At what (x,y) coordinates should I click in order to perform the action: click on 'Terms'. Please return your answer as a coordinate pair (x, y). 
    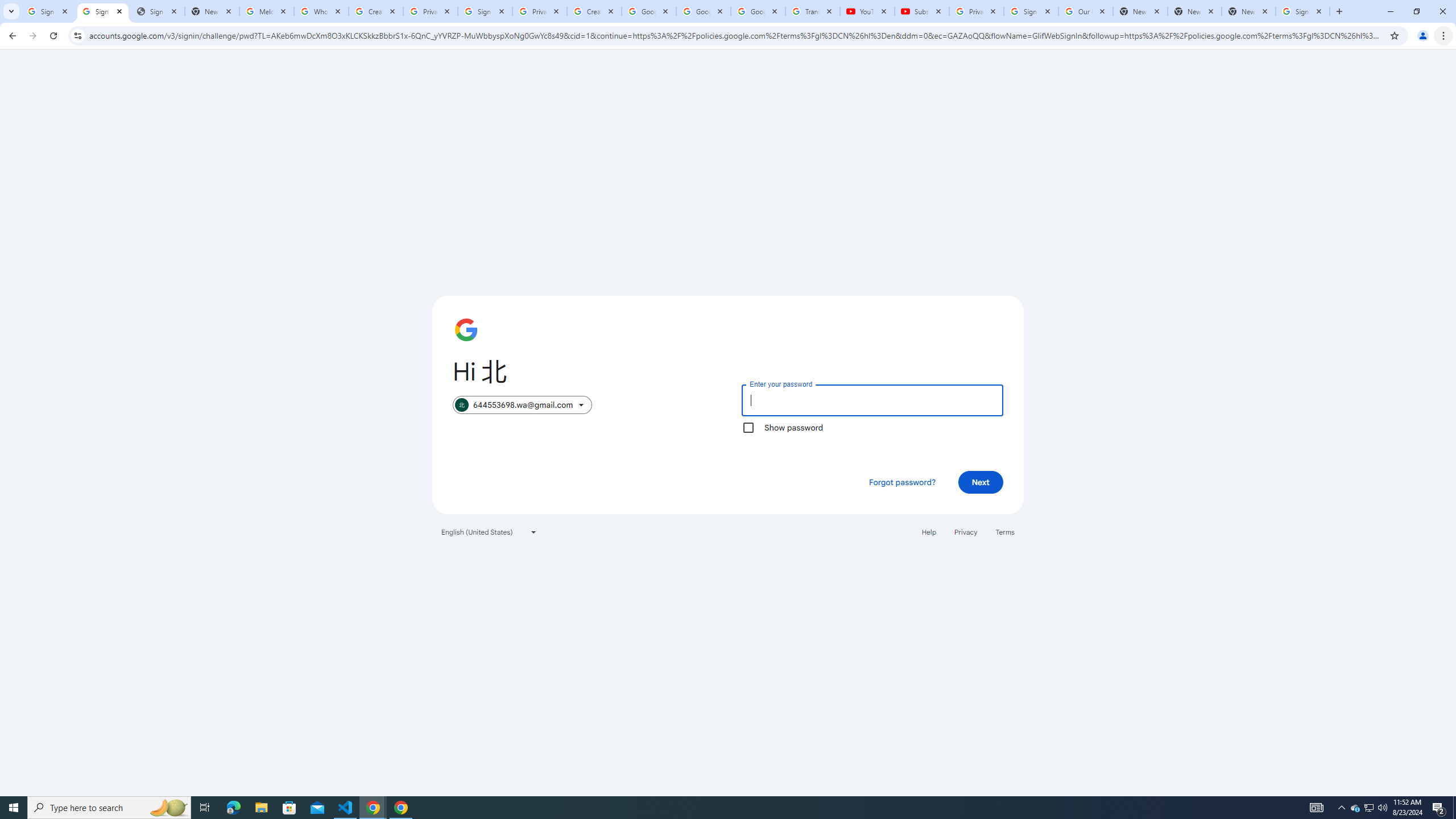
    Looking at the image, I should click on (1004, 531).